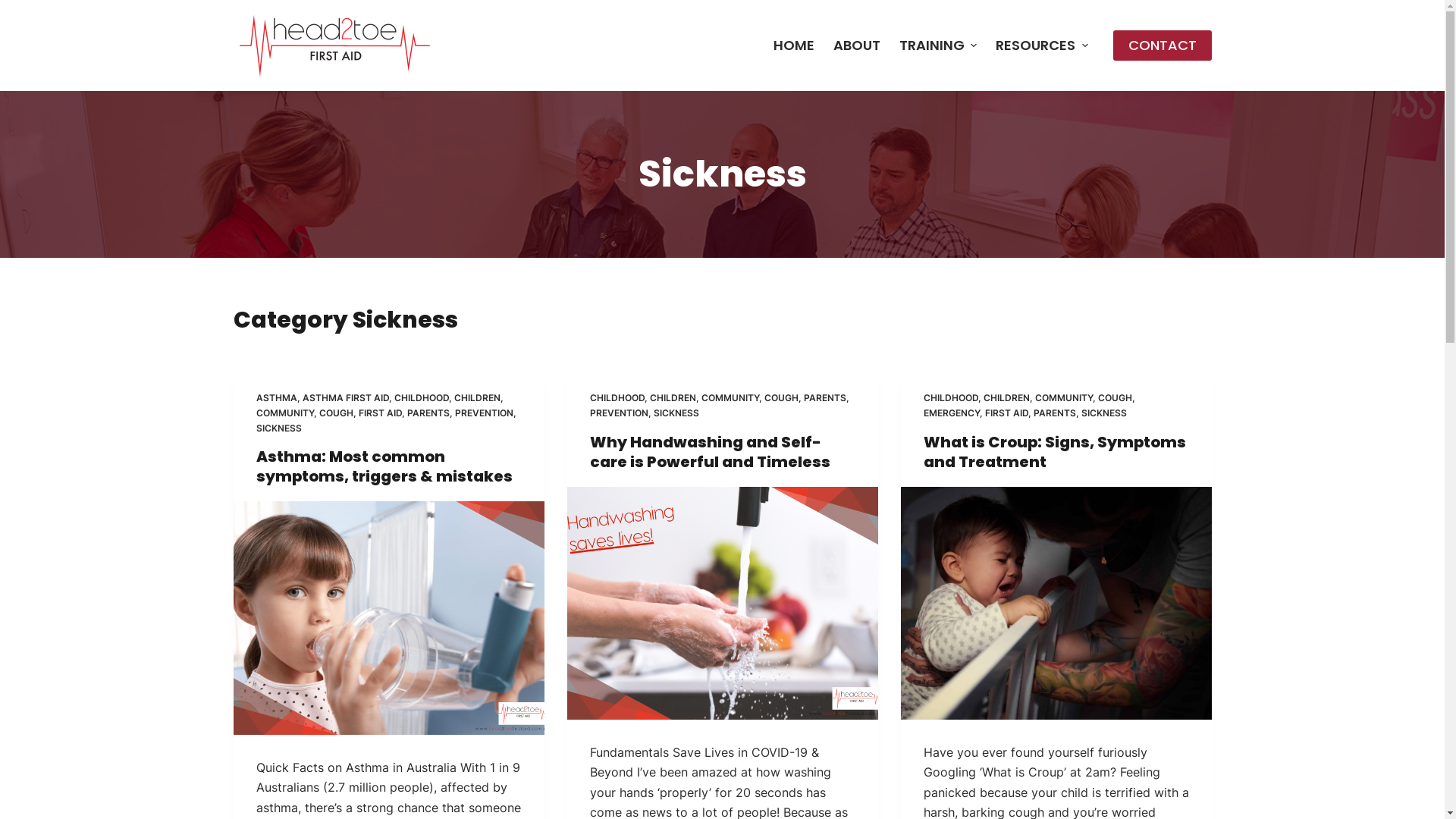 The width and height of the screenshot is (1456, 819). What do you see at coordinates (824, 397) in the screenshot?
I see `'PARENTS'` at bounding box center [824, 397].